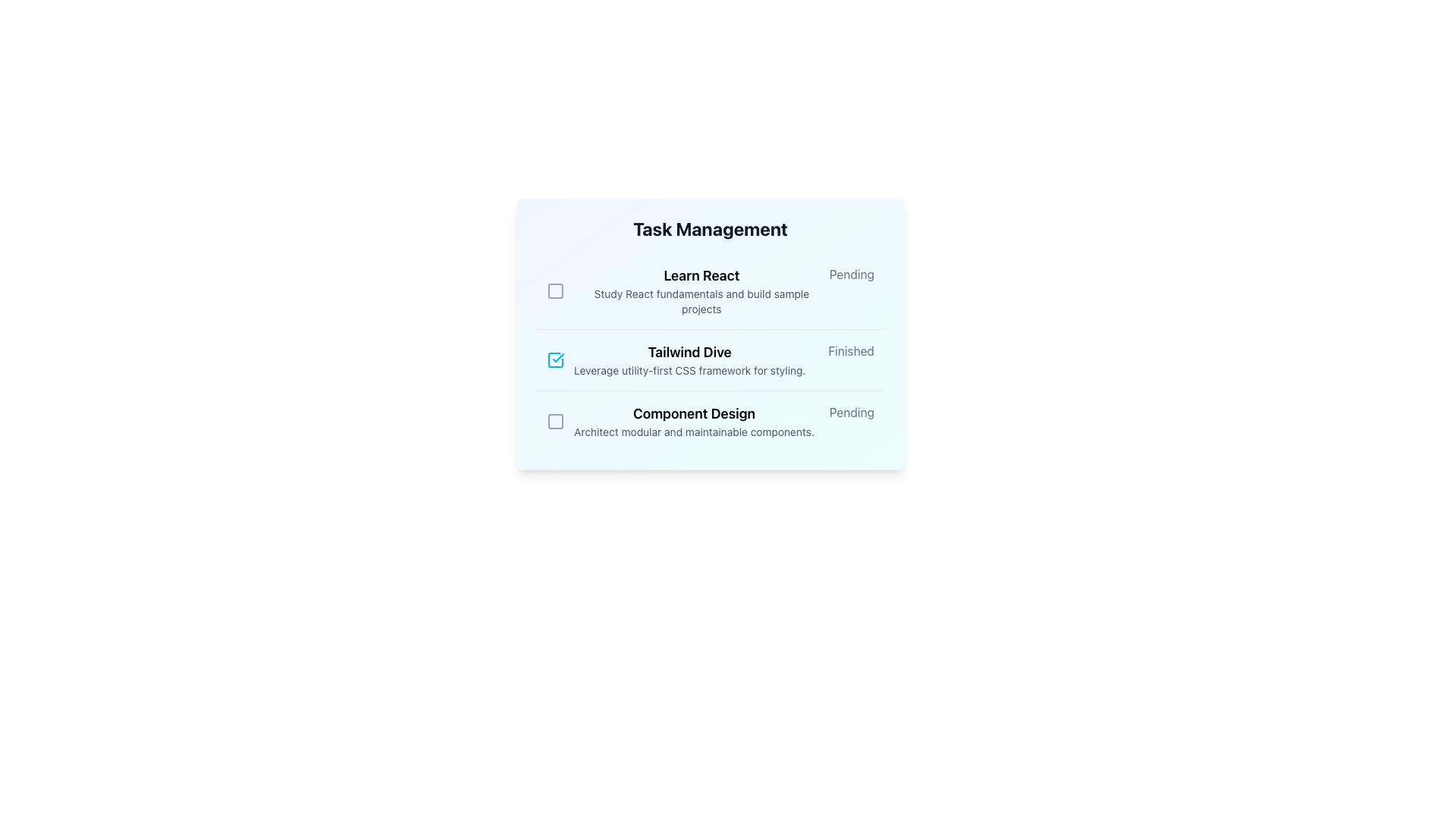 The image size is (1456, 819). What do you see at coordinates (555, 421) in the screenshot?
I see `the checkbox located in the third row of the Task Management section, associated with the task 'Component Design'` at bounding box center [555, 421].